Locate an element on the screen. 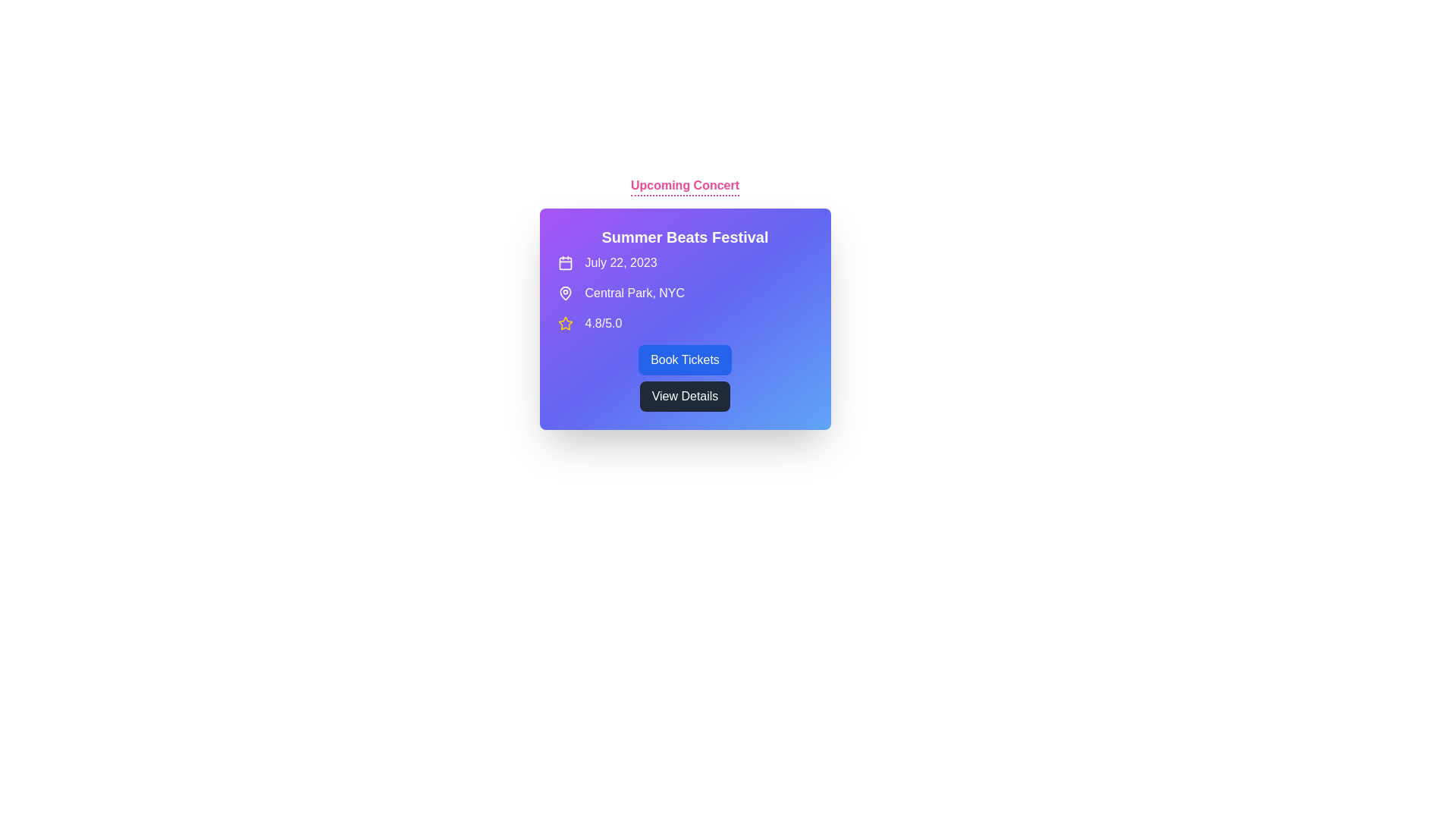 The image size is (1456, 819). the pin-like icon that resembles a map marker, located immediately to the left of the text 'Central Park, NYC' in the second segment of the card is located at coordinates (564, 293).